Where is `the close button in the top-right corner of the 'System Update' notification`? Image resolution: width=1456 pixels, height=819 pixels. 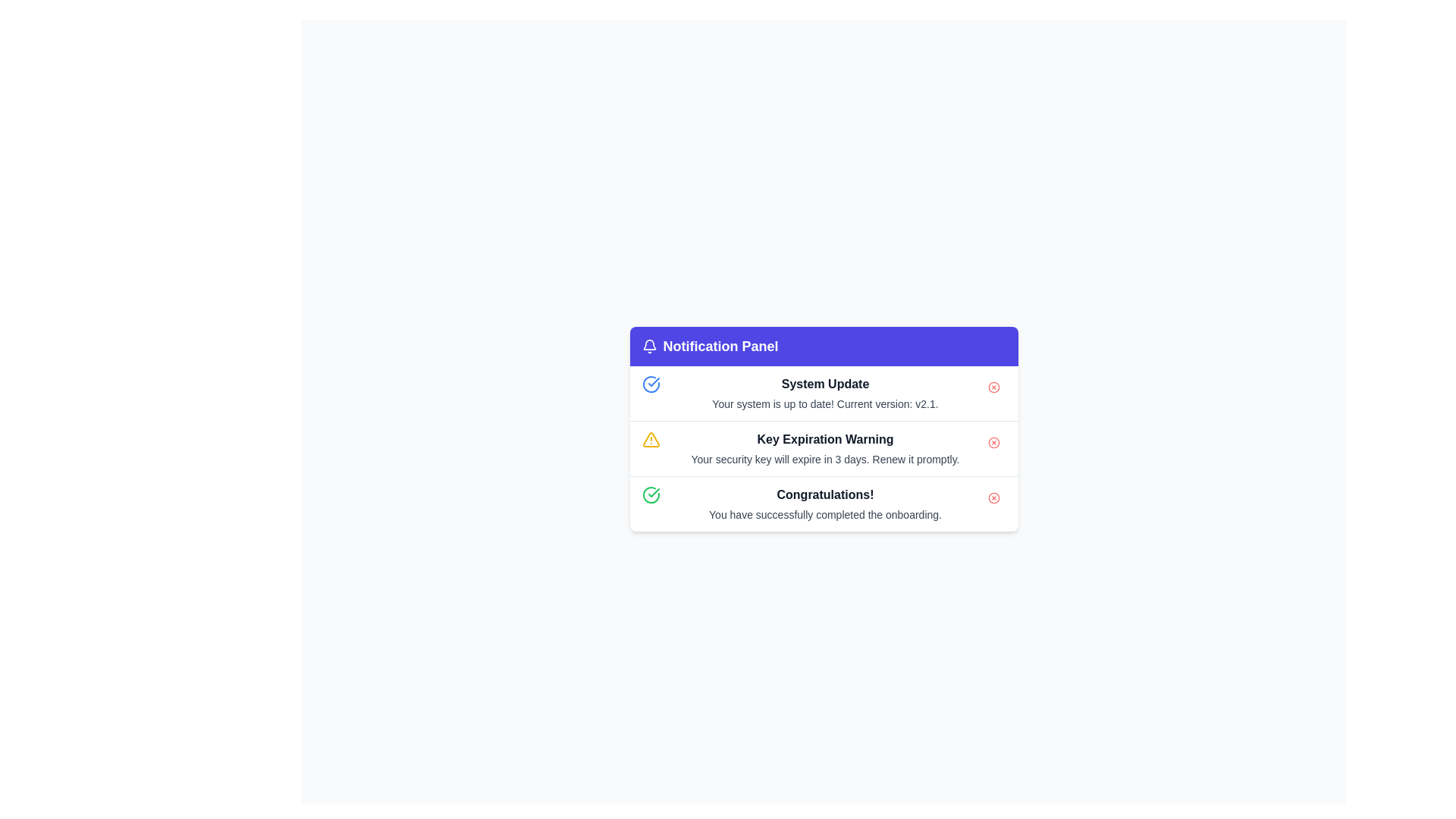 the close button in the top-right corner of the 'System Update' notification is located at coordinates (993, 386).